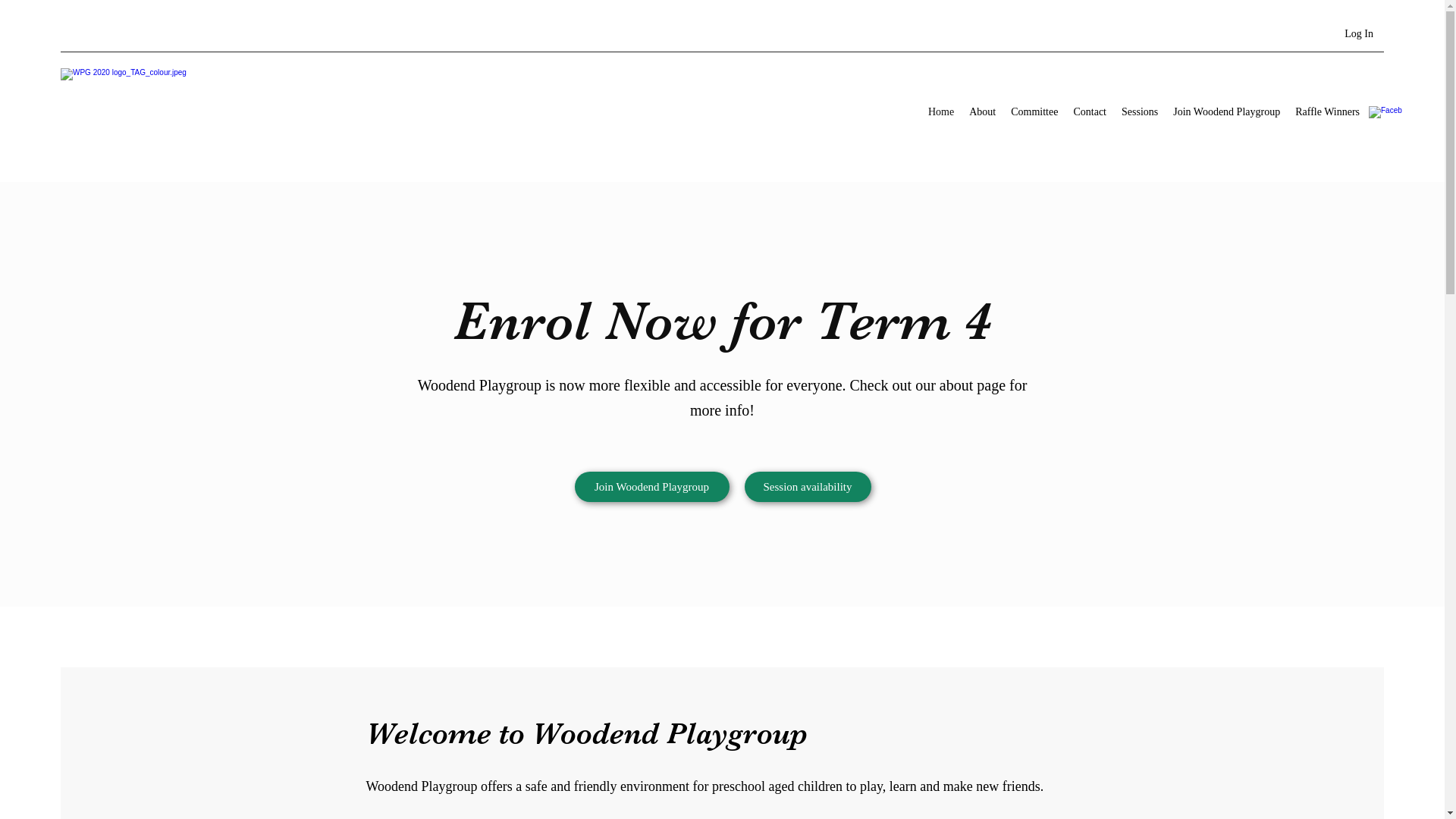  What do you see at coordinates (1139, 113) in the screenshot?
I see `'Sessions'` at bounding box center [1139, 113].